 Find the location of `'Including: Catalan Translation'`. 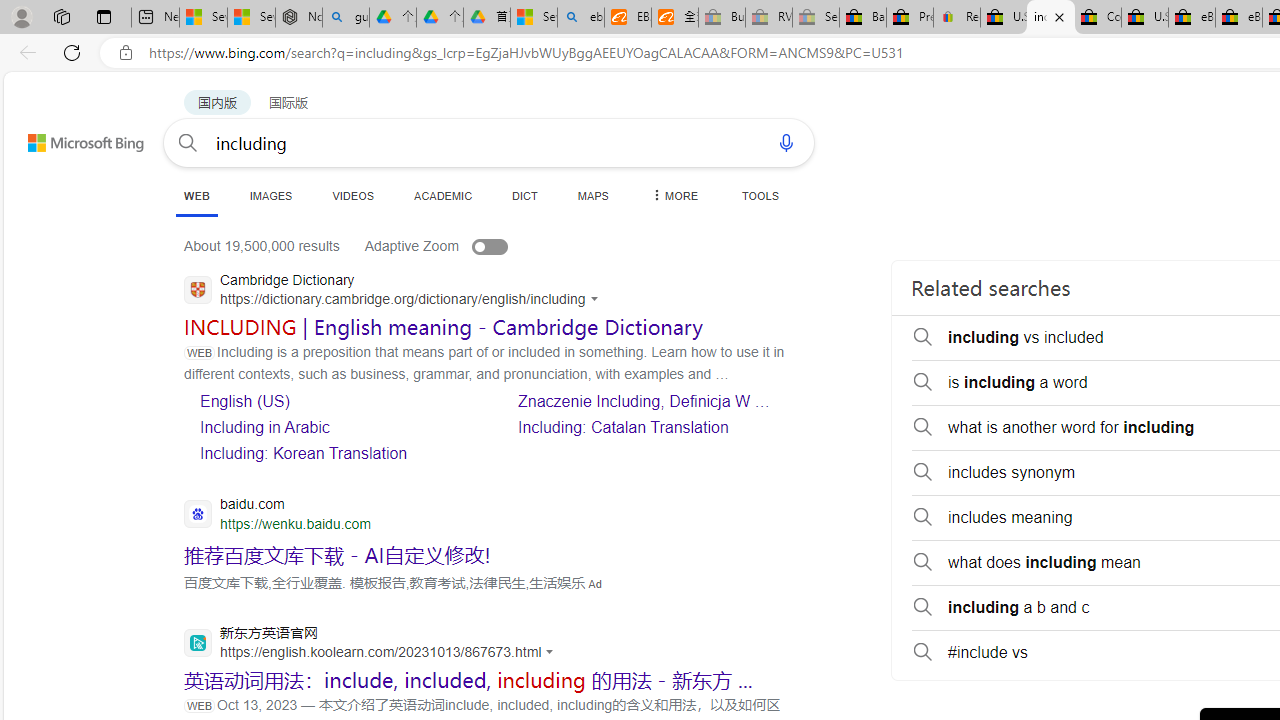

'Including: Catalan Translation' is located at coordinates (623, 426).